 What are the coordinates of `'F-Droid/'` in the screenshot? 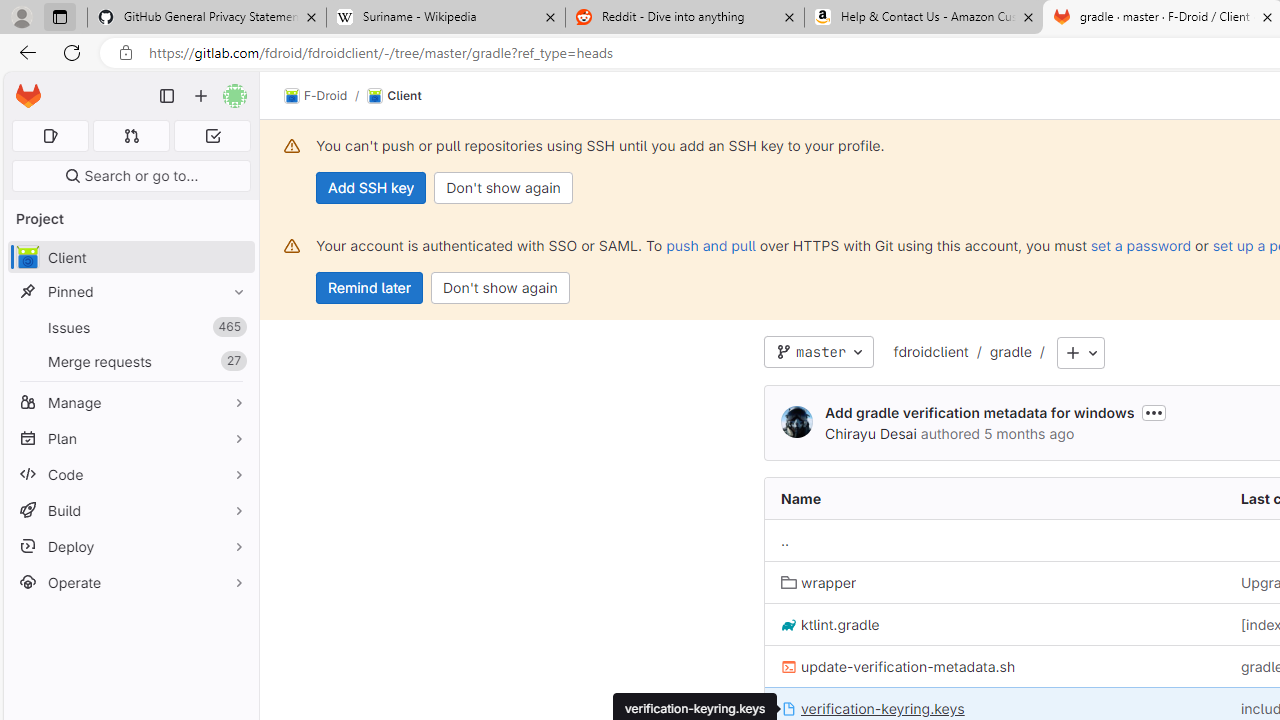 It's located at (326, 96).